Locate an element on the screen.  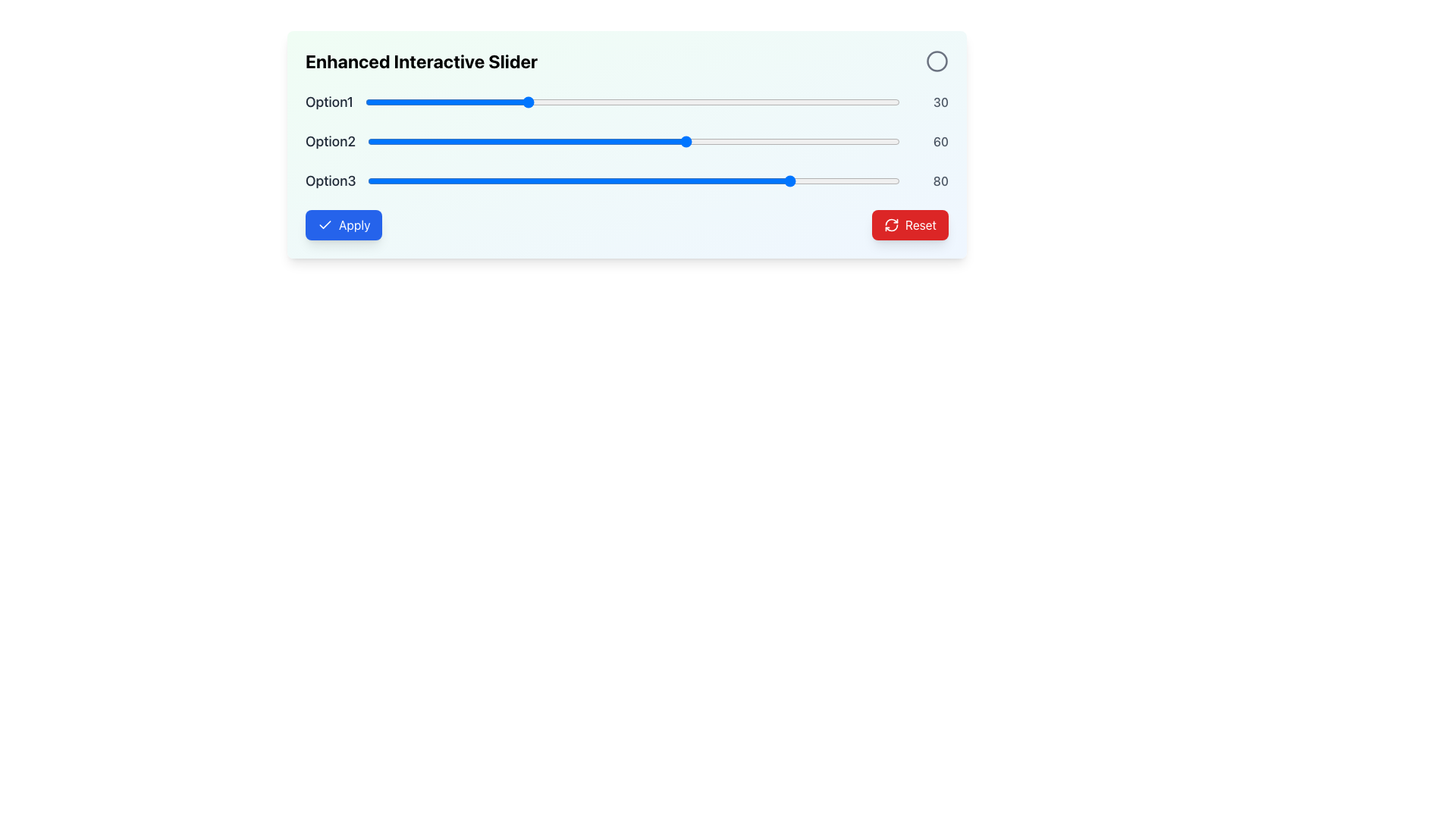
the slider is located at coordinates (755, 102).